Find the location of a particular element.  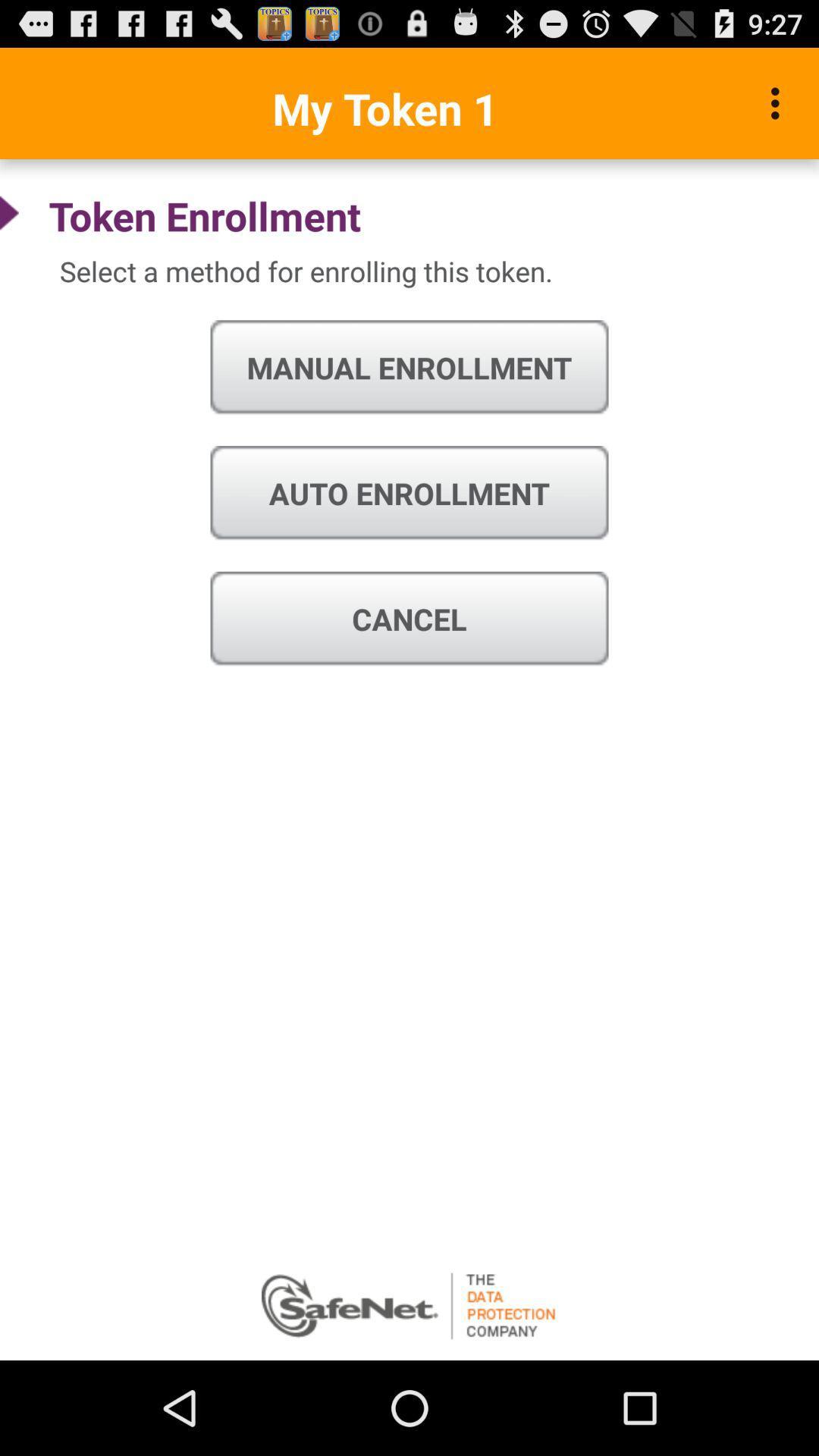

icon at the top right corner is located at coordinates (779, 102).